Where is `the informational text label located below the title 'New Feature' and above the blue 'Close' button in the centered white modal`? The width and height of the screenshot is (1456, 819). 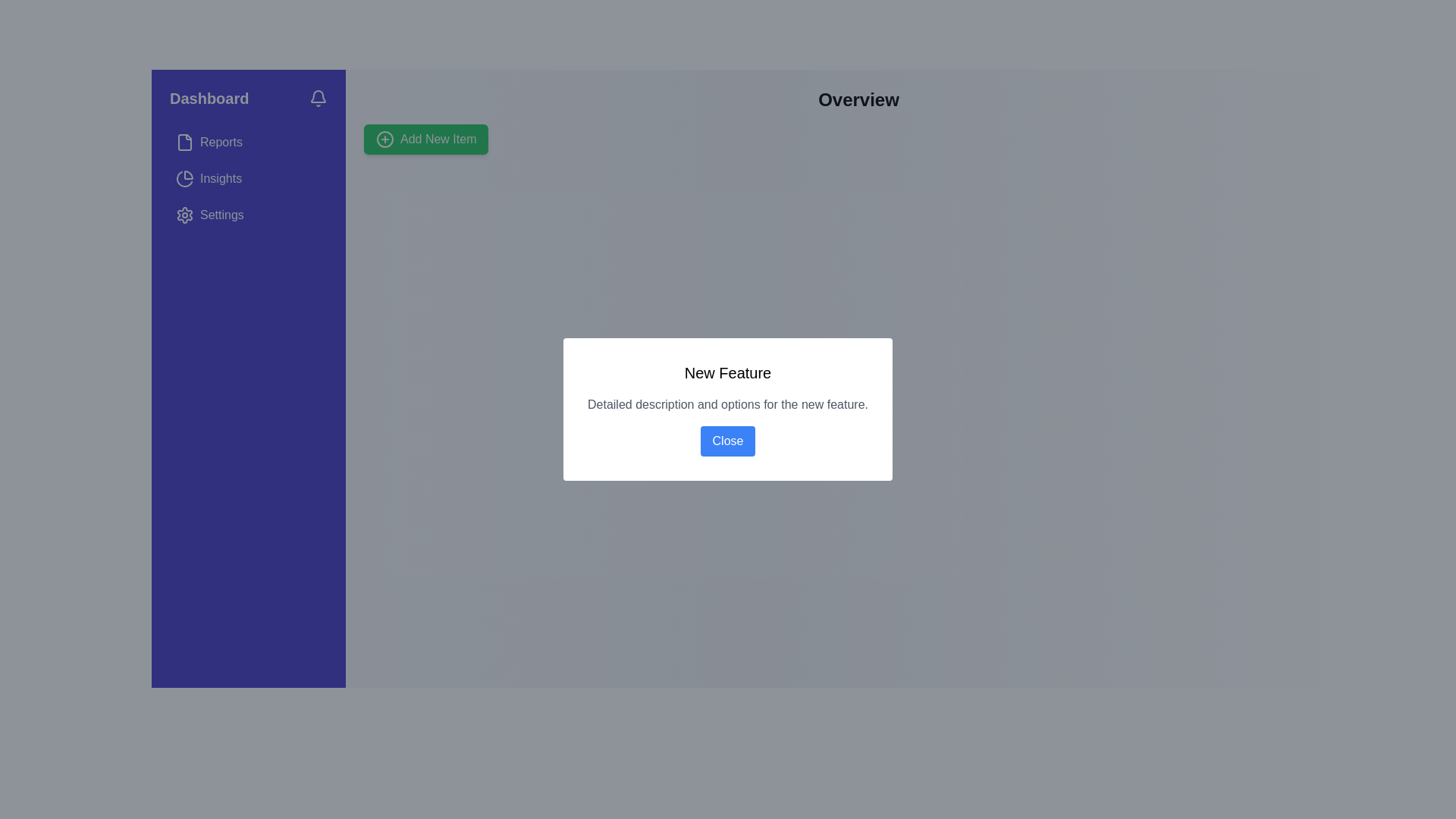
the informational text label located below the title 'New Feature' and above the blue 'Close' button in the centered white modal is located at coordinates (728, 403).